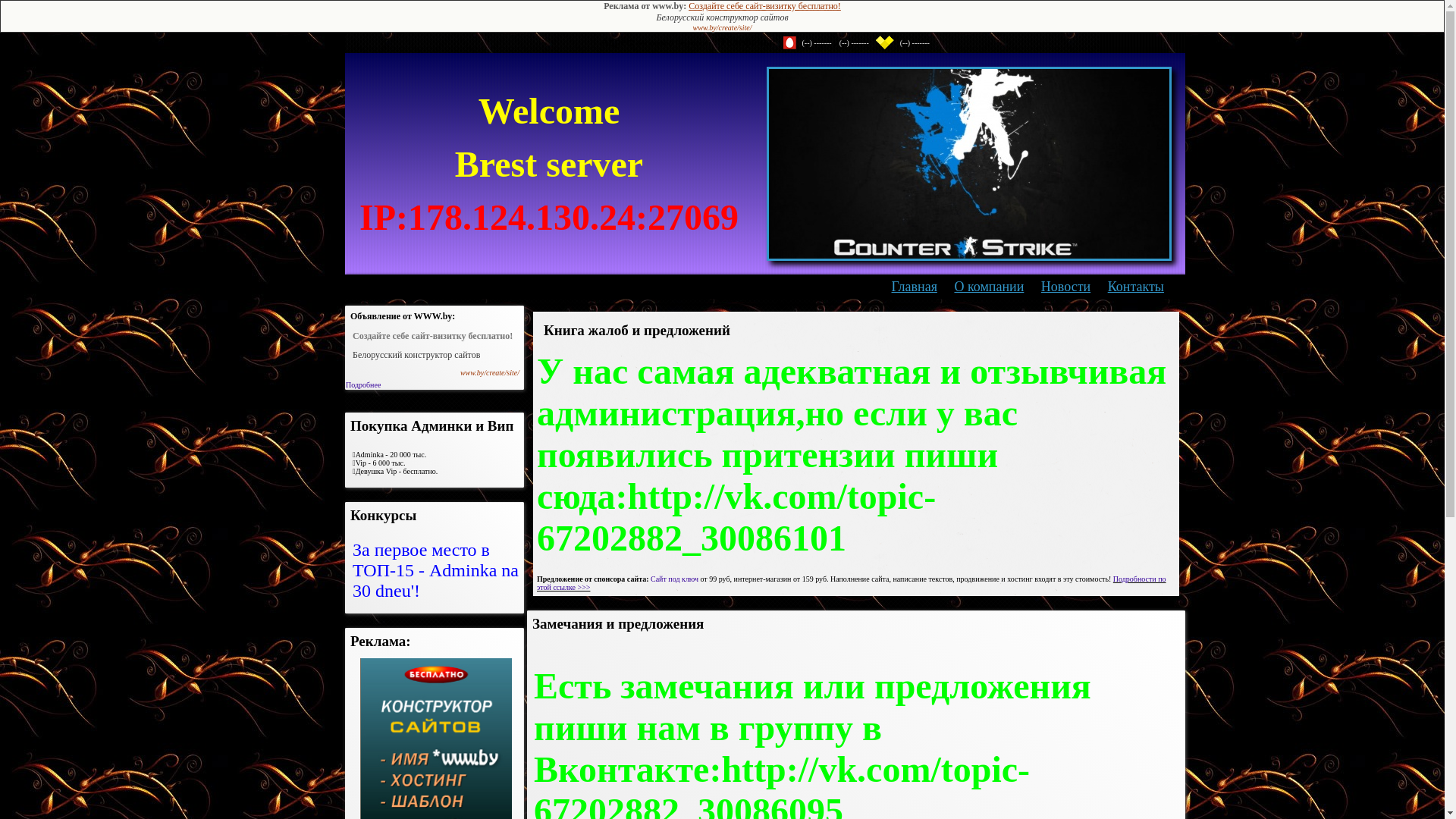 This screenshot has width=1456, height=819. Describe the element at coordinates (490, 372) in the screenshot. I see `'www.by/create/site/'` at that location.